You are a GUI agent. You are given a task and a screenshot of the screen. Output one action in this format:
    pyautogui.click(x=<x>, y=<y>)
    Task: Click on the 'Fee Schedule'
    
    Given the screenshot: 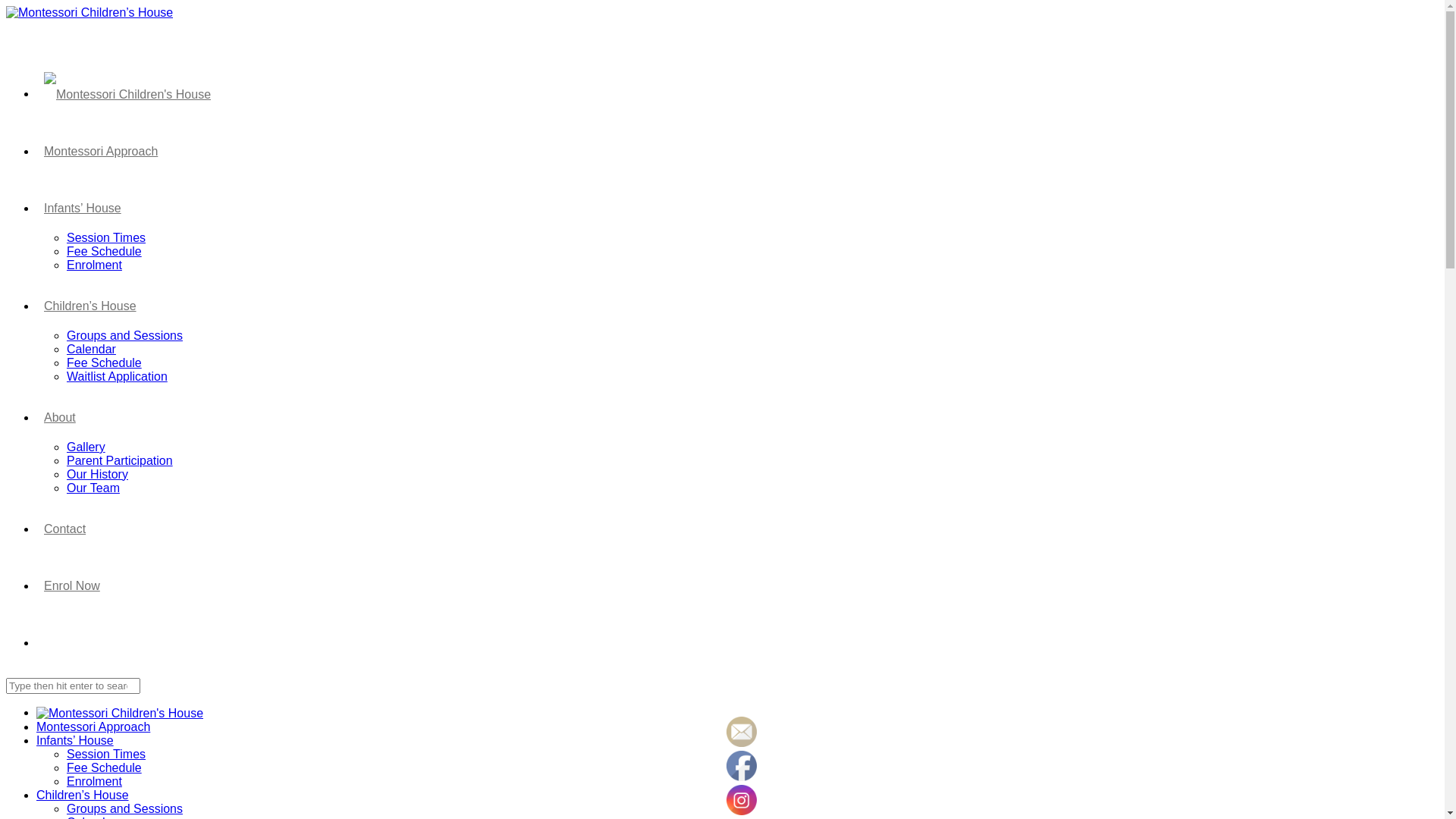 What is the action you would take?
    pyautogui.click(x=103, y=250)
    